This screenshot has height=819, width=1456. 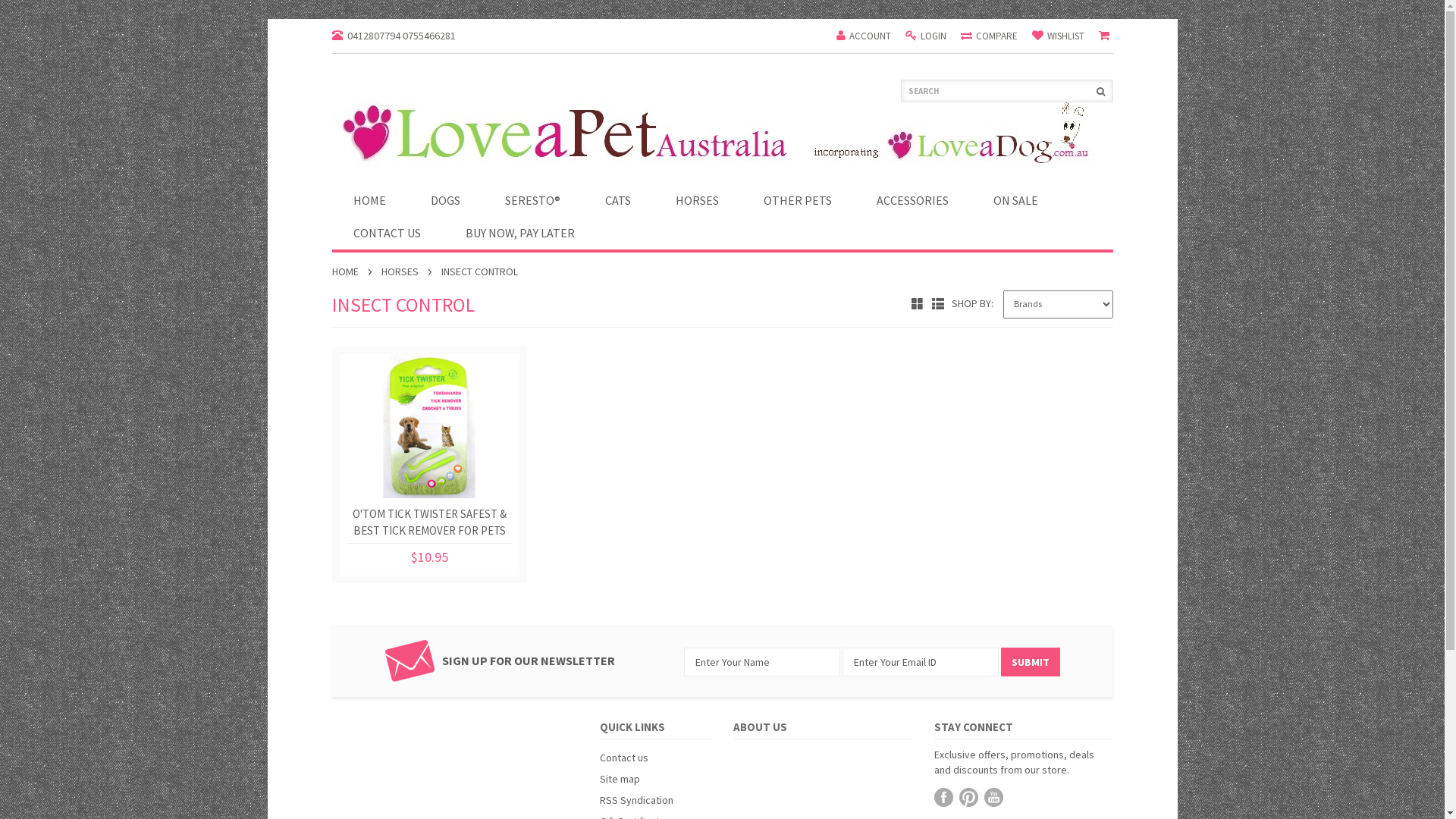 I want to click on 'Pinterest', so click(x=968, y=796).